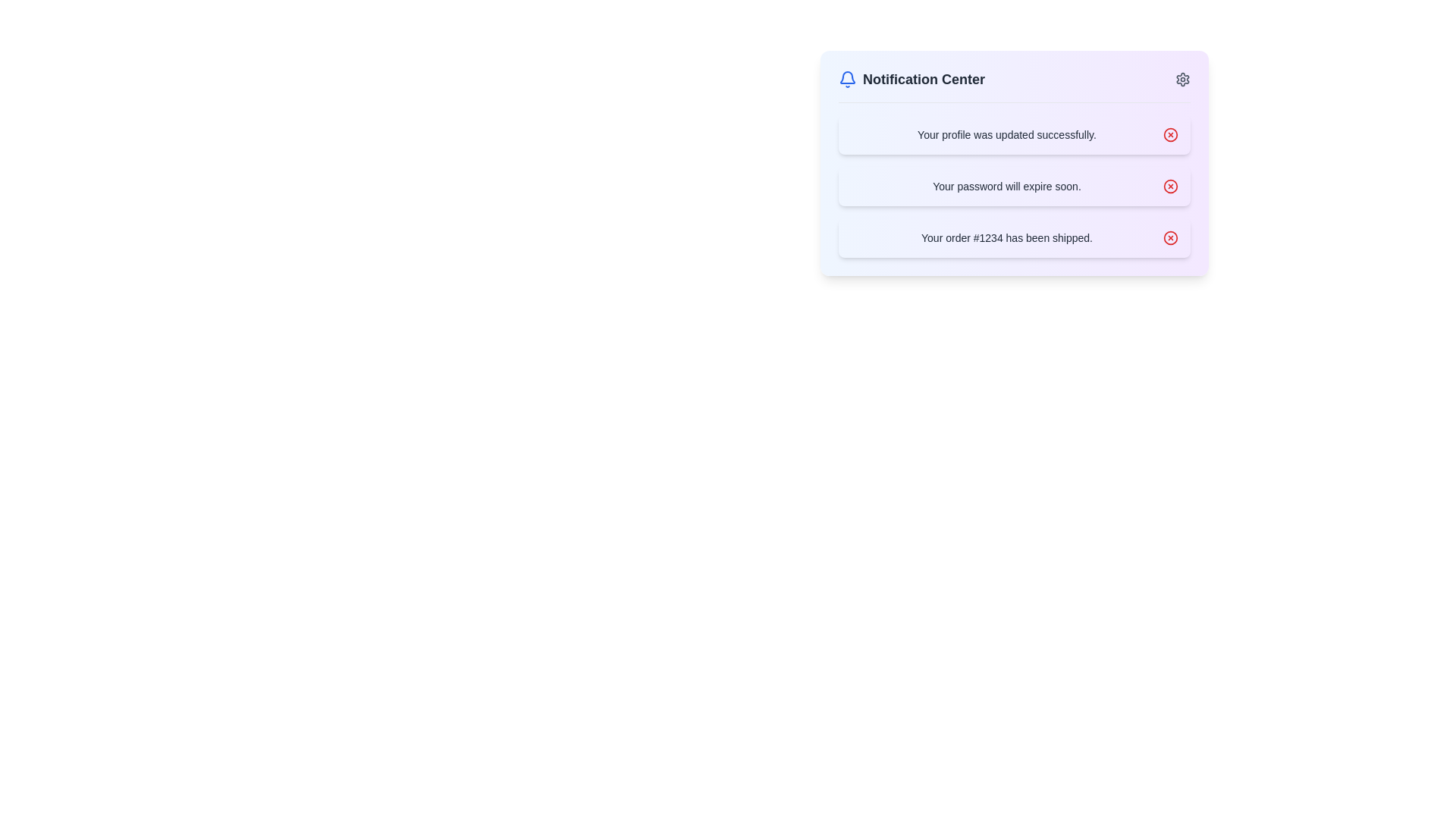 Image resolution: width=1456 pixels, height=819 pixels. I want to click on the text label displaying 'Your password will expire soon.' in the center-left area of the notification card, which is styled with a light yellow background and is the second card in a vertical stack, so click(1007, 186).